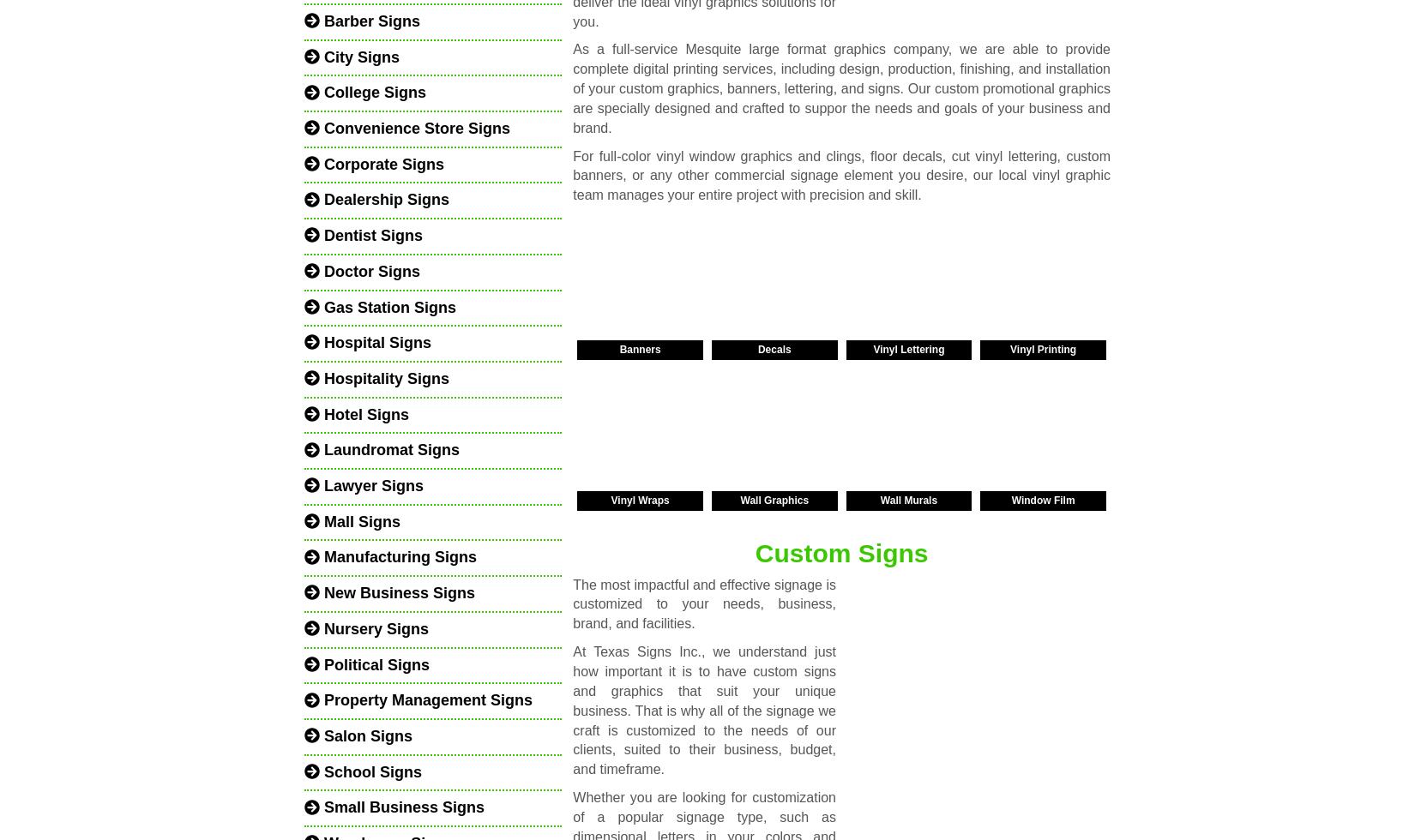 This screenshot has width=1415, height=840. What do you see at coordinates (381, 164) in the screenshot?
I see `'Corporate Signs'` at bounding box center [381, 164].